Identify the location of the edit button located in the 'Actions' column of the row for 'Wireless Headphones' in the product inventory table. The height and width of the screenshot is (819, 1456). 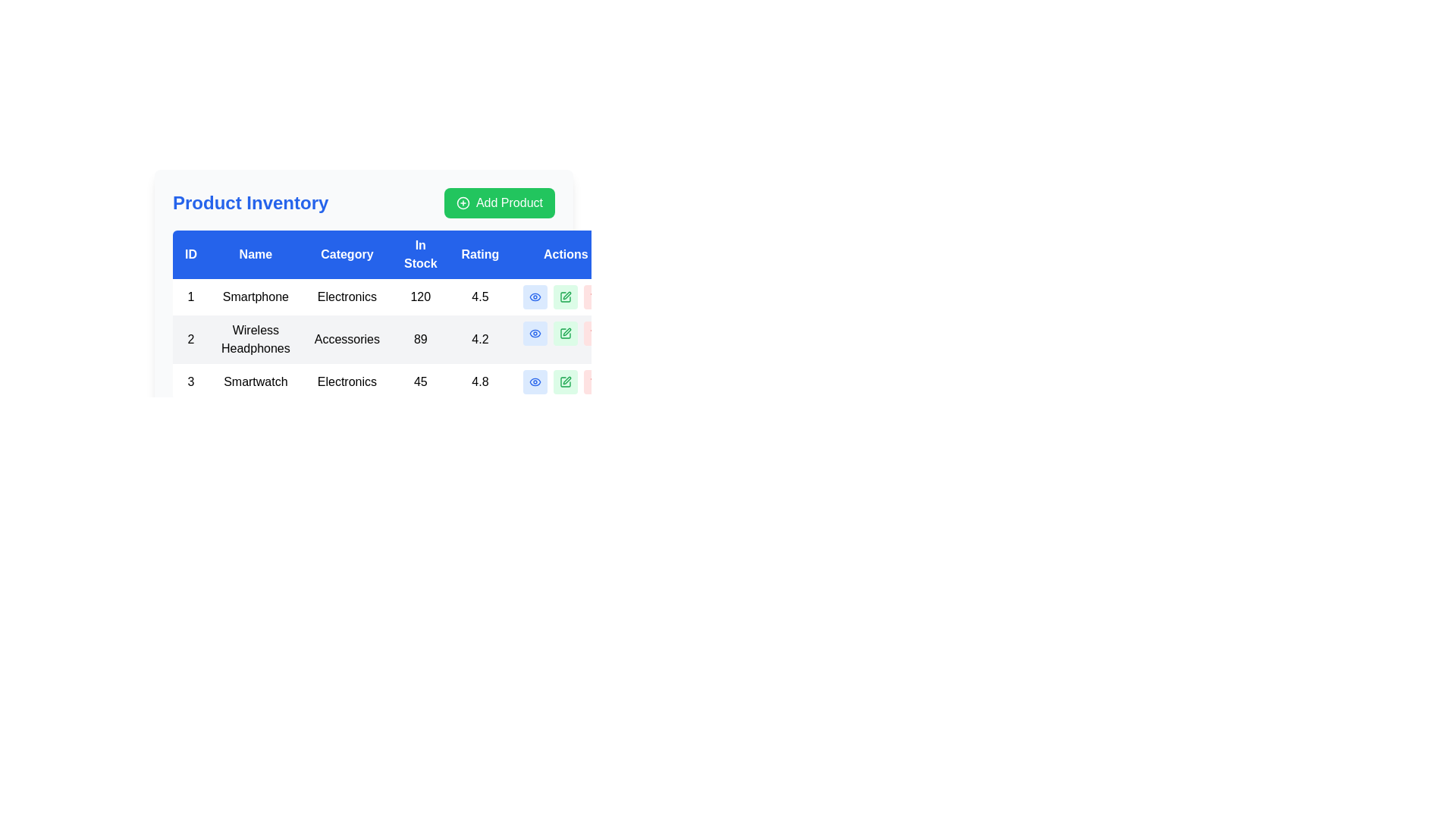
(565, 332).